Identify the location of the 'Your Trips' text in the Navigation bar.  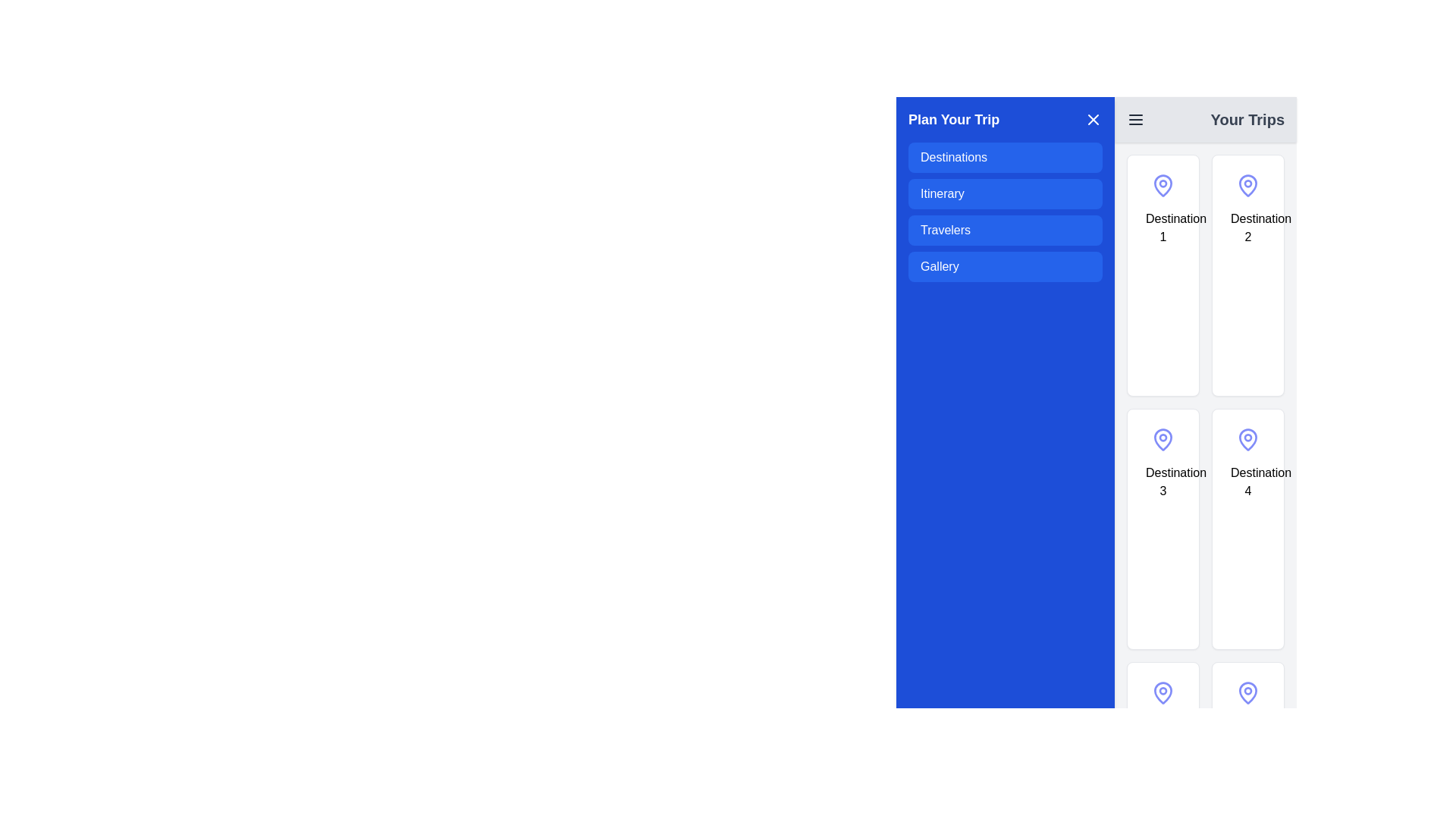
(1204, 119).